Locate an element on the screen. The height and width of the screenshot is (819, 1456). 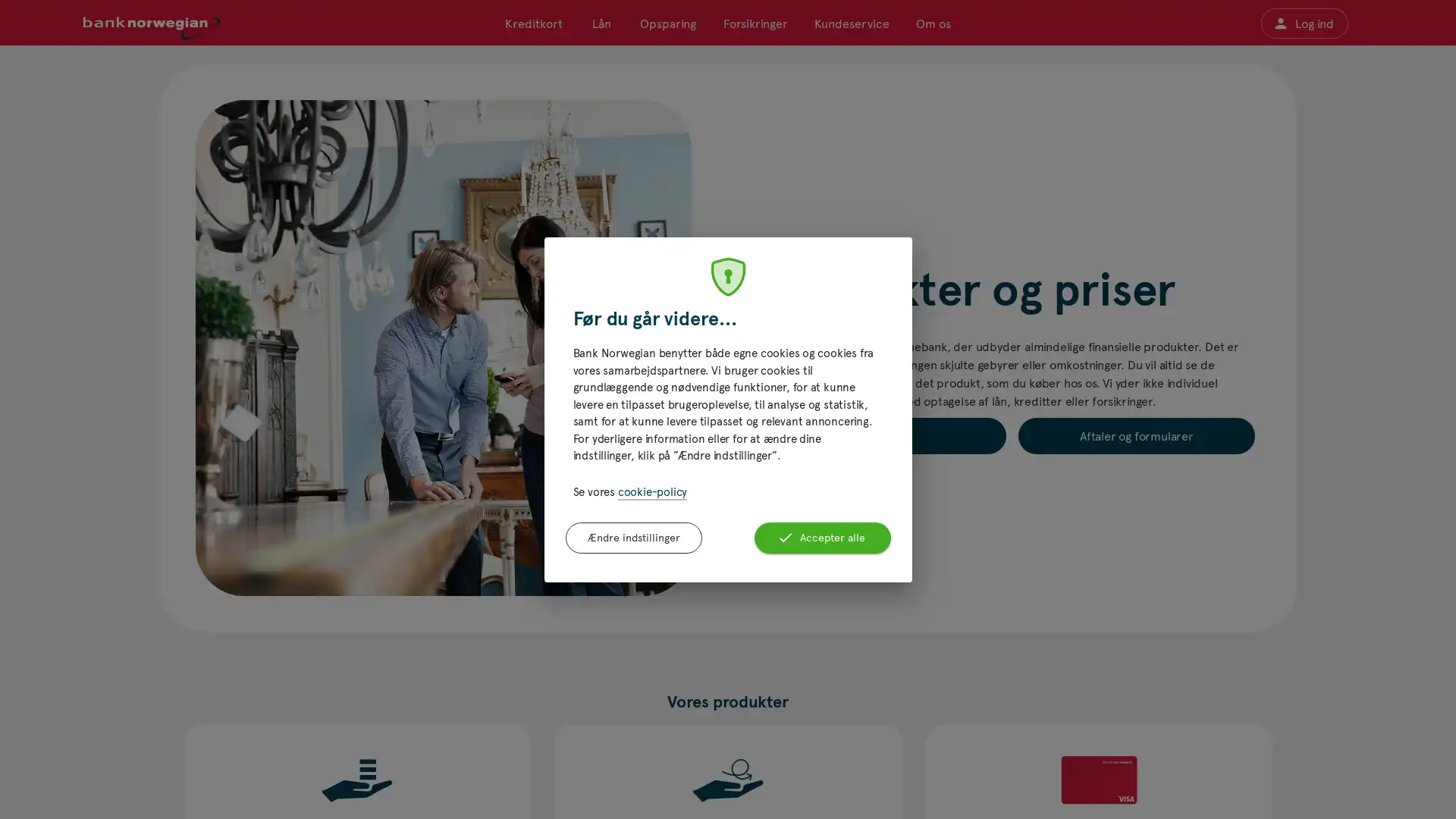
Log ind is located at coordinates (1303, 23).